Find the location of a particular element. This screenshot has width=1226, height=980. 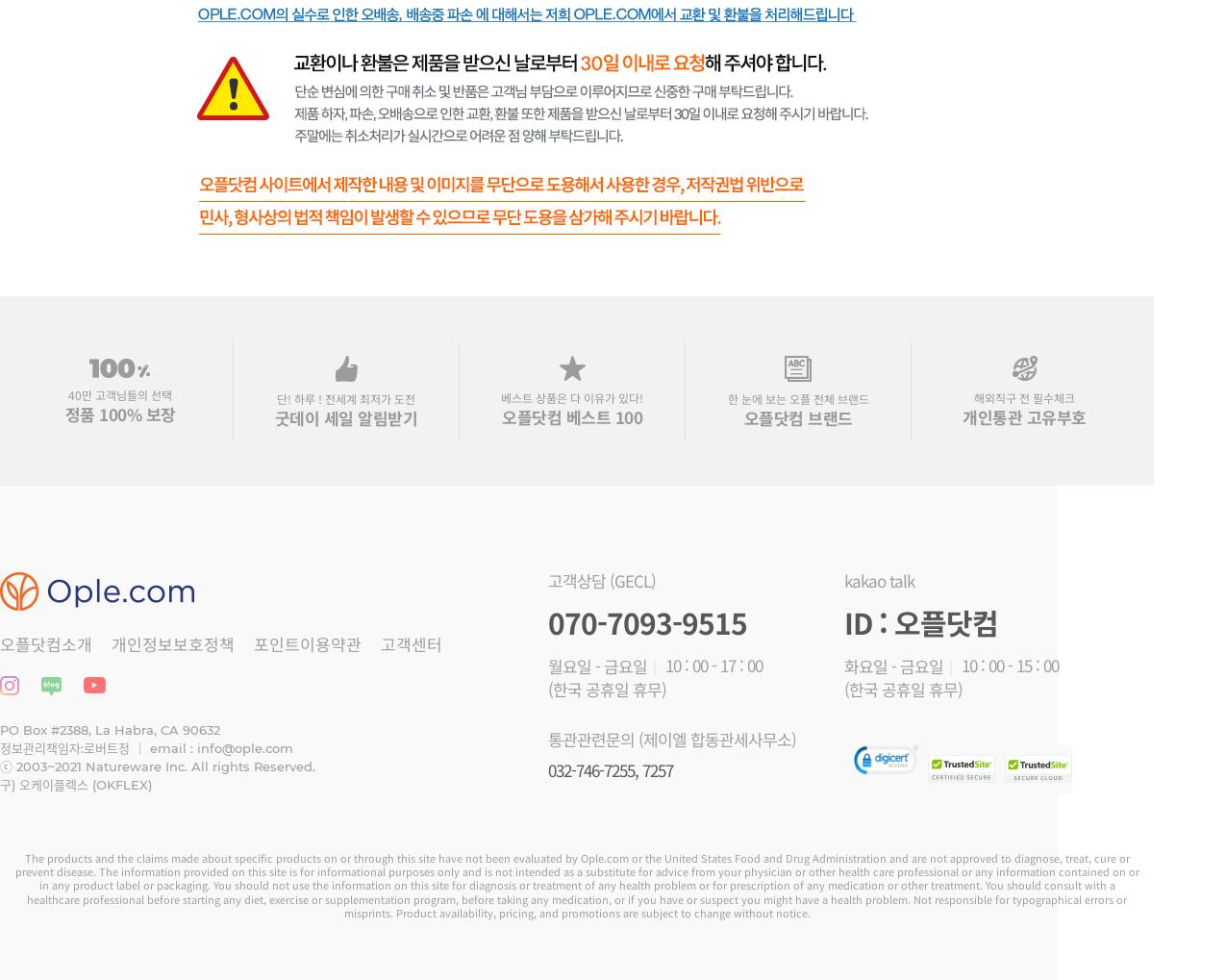

'The products and the claims made about specific products on or through this site have not been evaluated by Ople.com or the United States Food and Drug Administration and are not approved to diagnose, treat, cure or prevent disease.
            The information provided on this site is for informational purposes only and is not intended as a substitute for advice from your physician or other health care professional or any information contained on or in any product label or packaging.
            You should not use the information on this site for diagnosis or treatment of any health problem or for prescription of any medication or other treatment.
            You should consult with a healthcare professional before starting any diet, exercise or supplementation program, before taking any medication, or if you have or suspect you might have a health problem.
            Not responsible for typographical errors or misprints. Product availability, pricing, and promotions are subject to change without notice.' is located at coordinates (576, 884).